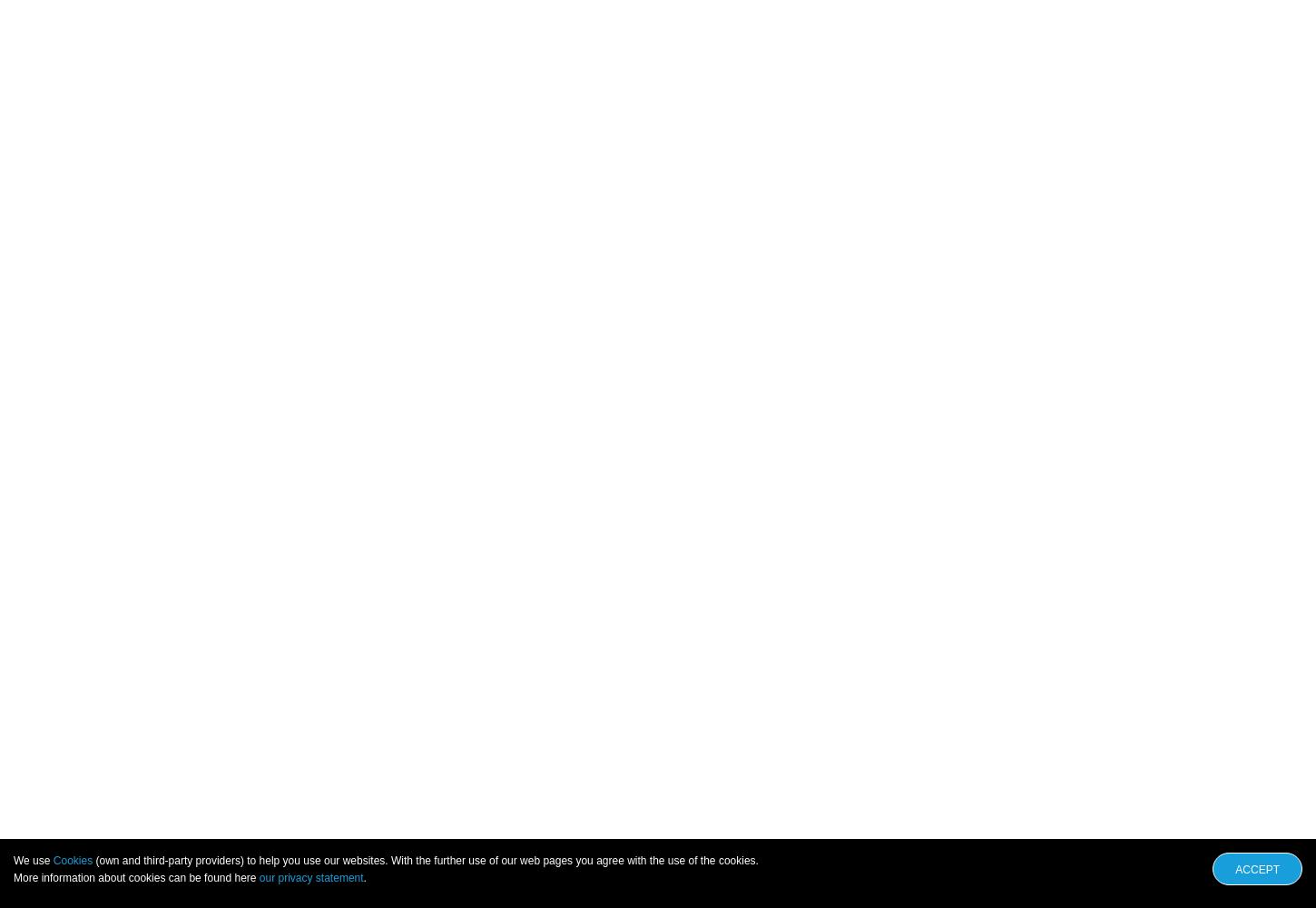  Describe the element at coordinates (33, 860) in the screenshot. I see `'We use'` at that location.